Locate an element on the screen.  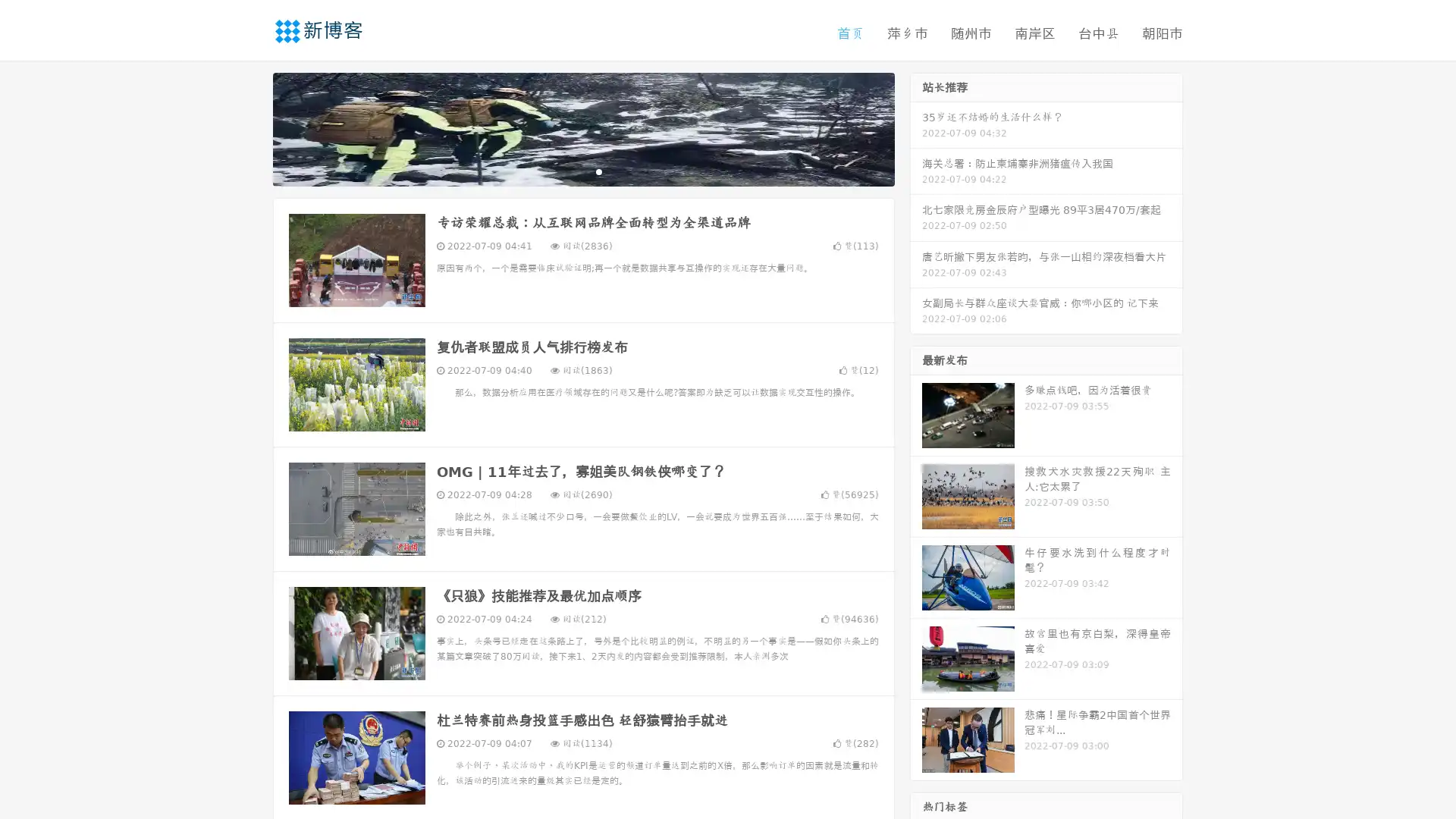
Go to slide 2 is located at coordinates (582, 171).